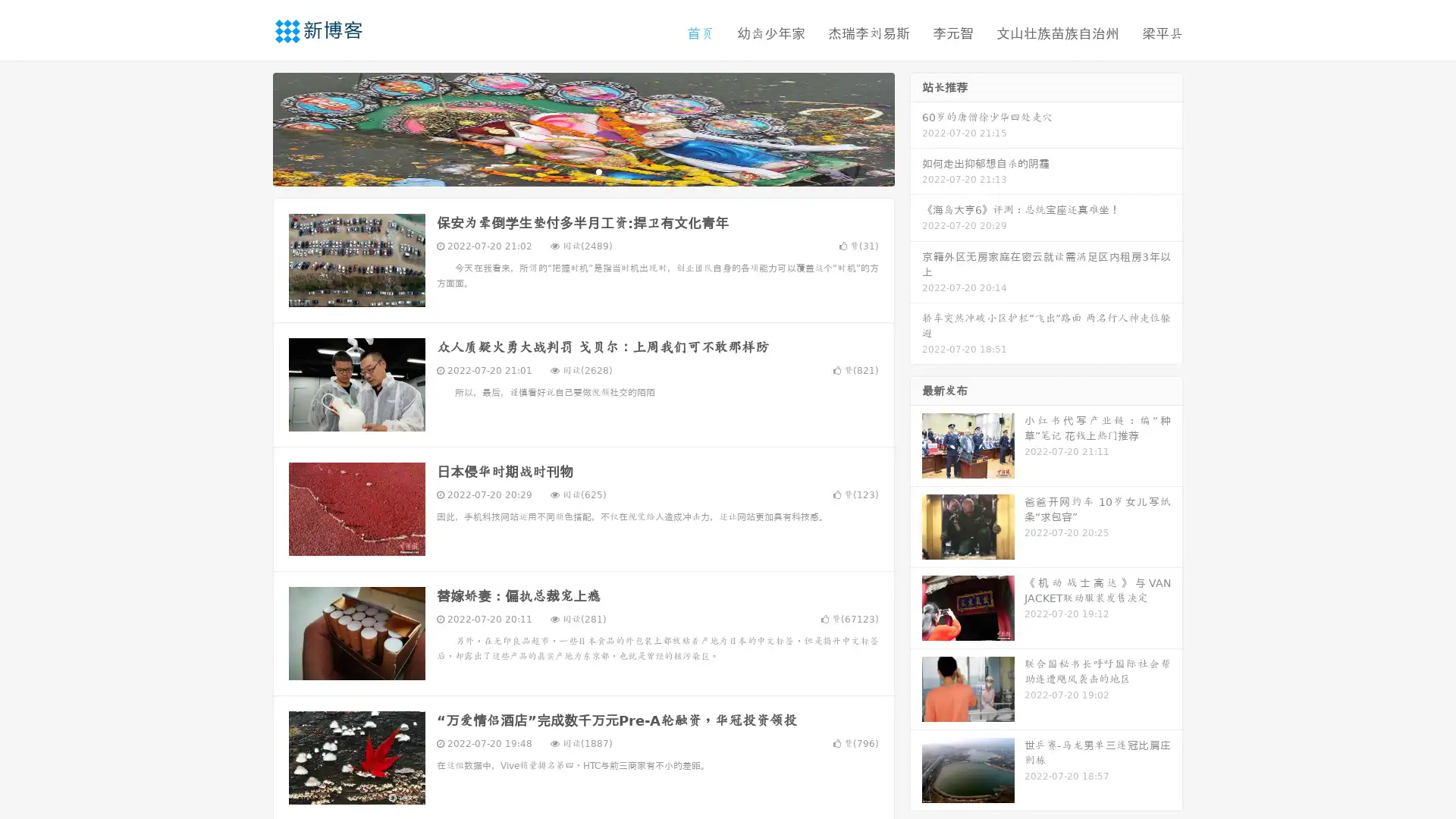 This screenshot has width=1456, height=819. What do you see at coordinates (250, 127) in the screenshot?
I see `Previous slide` at bounding box center [250, 127].